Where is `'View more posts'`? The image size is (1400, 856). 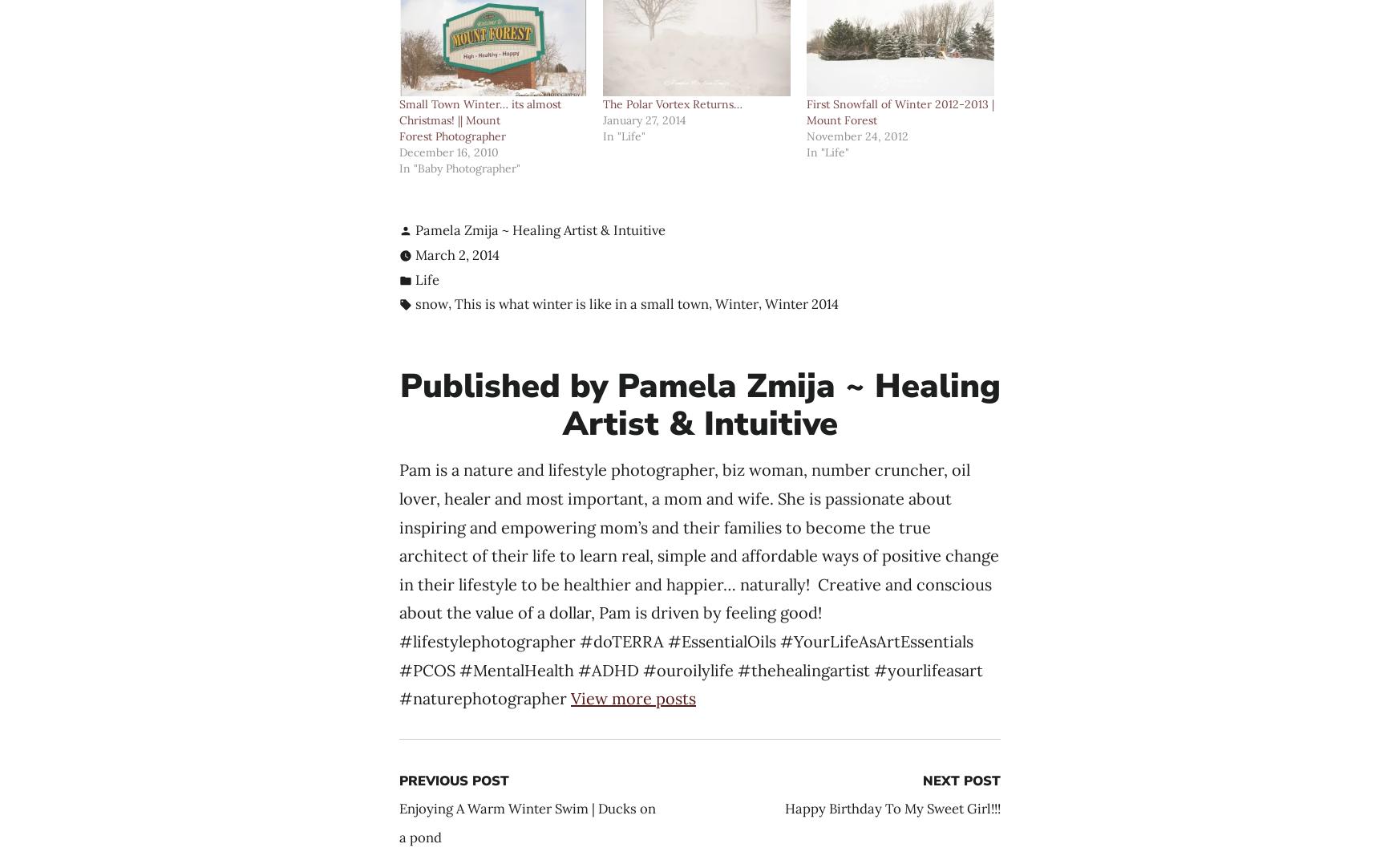
'View more posts' is located at coordinates (633, 697).